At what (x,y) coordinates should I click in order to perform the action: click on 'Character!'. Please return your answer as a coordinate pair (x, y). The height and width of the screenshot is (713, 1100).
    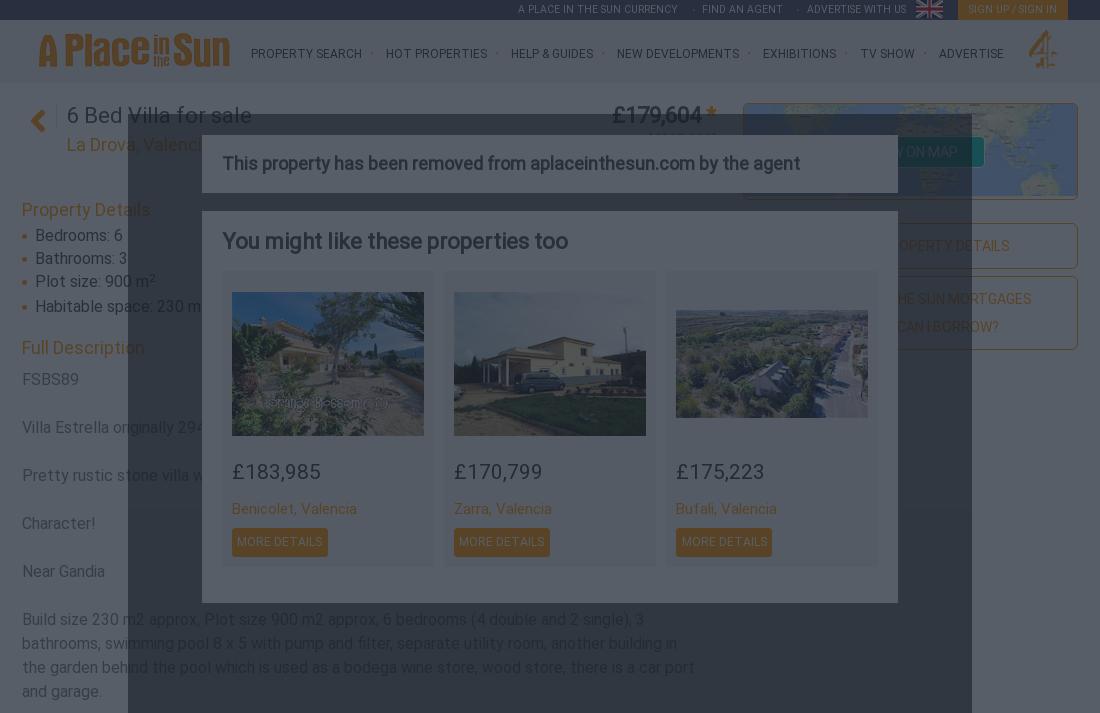
    Looking at the image, I should click on (57, 522).